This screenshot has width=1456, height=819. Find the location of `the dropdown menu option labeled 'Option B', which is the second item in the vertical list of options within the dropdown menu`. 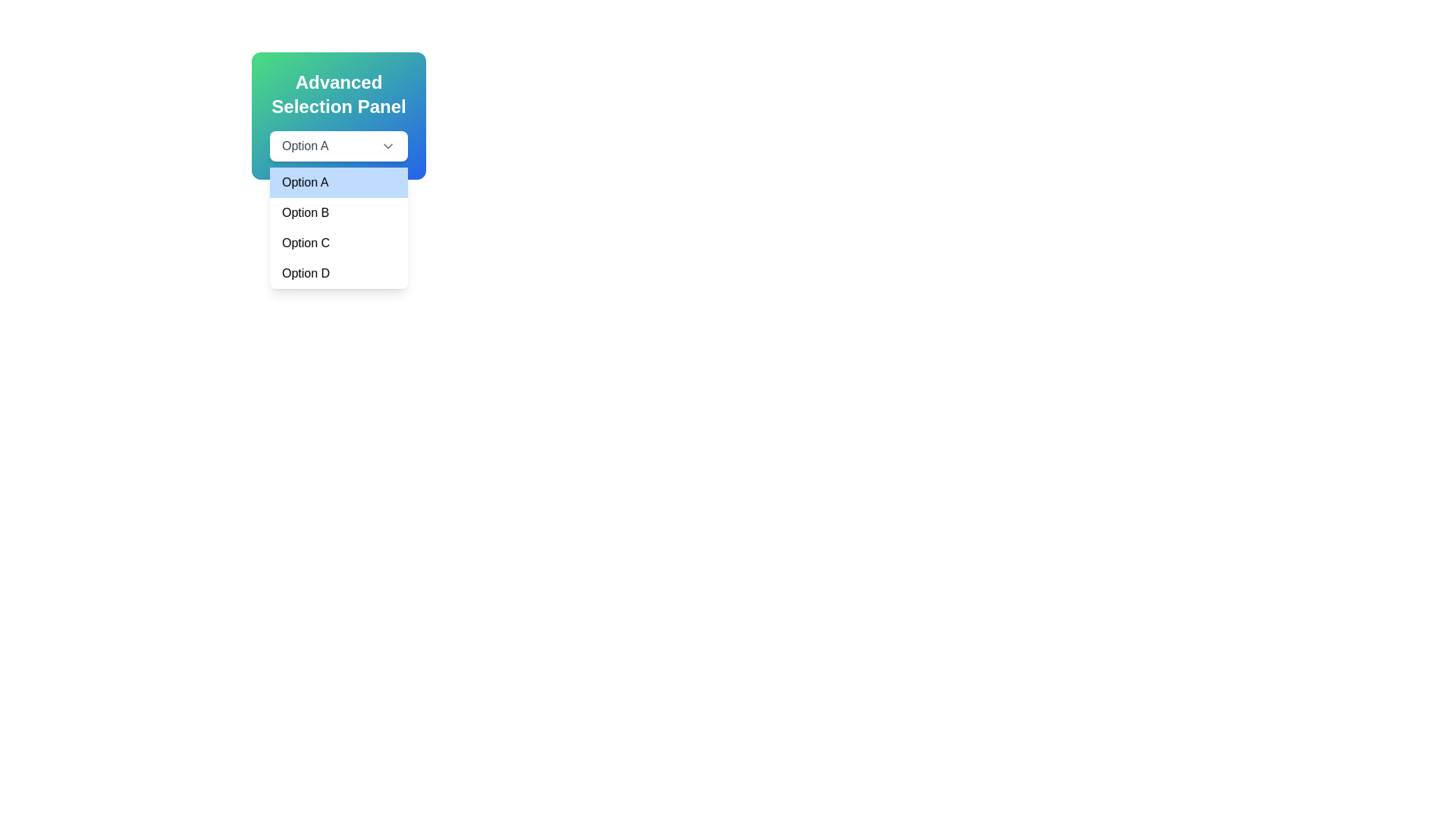

the dropdown menu option labeled 'Option B', which is the second item in the vertical list of options within the dropdown menu is located at coordinates (337, 213).